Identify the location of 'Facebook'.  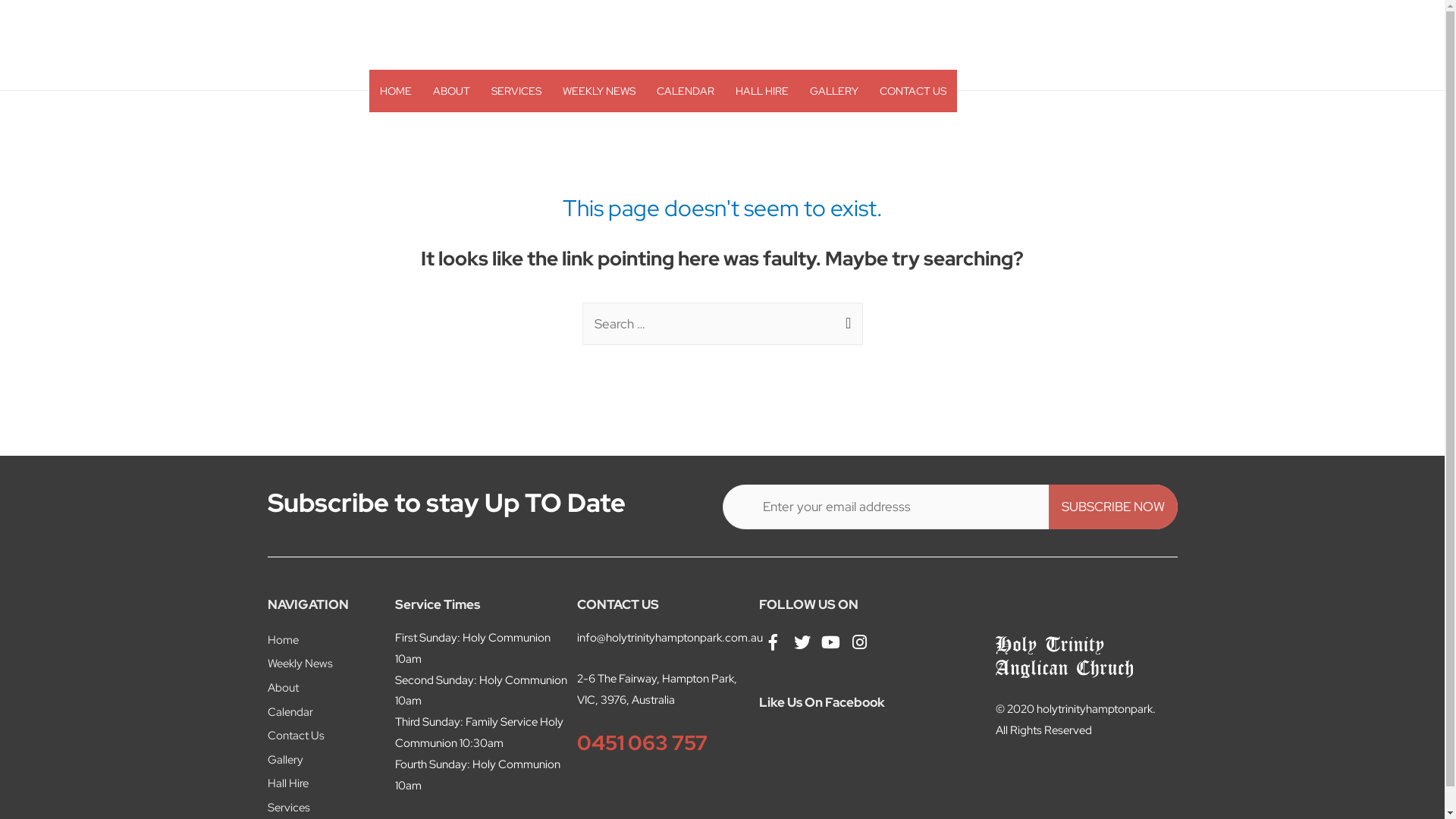
(773, 642).